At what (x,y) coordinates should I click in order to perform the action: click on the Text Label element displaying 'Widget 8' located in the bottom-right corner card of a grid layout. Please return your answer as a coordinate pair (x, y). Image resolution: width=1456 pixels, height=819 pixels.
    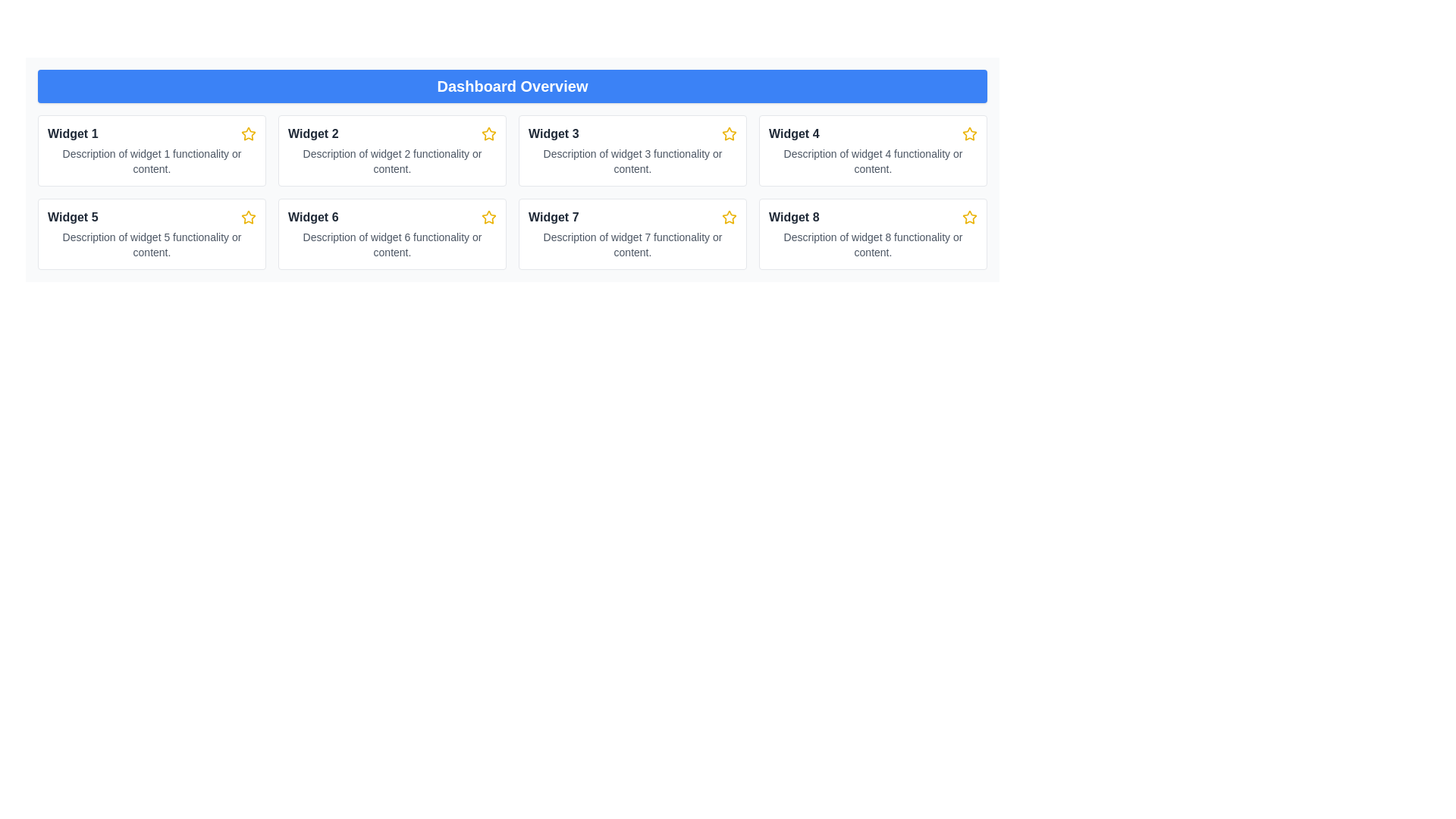
    Looking at the image, I should click on (793, 217).